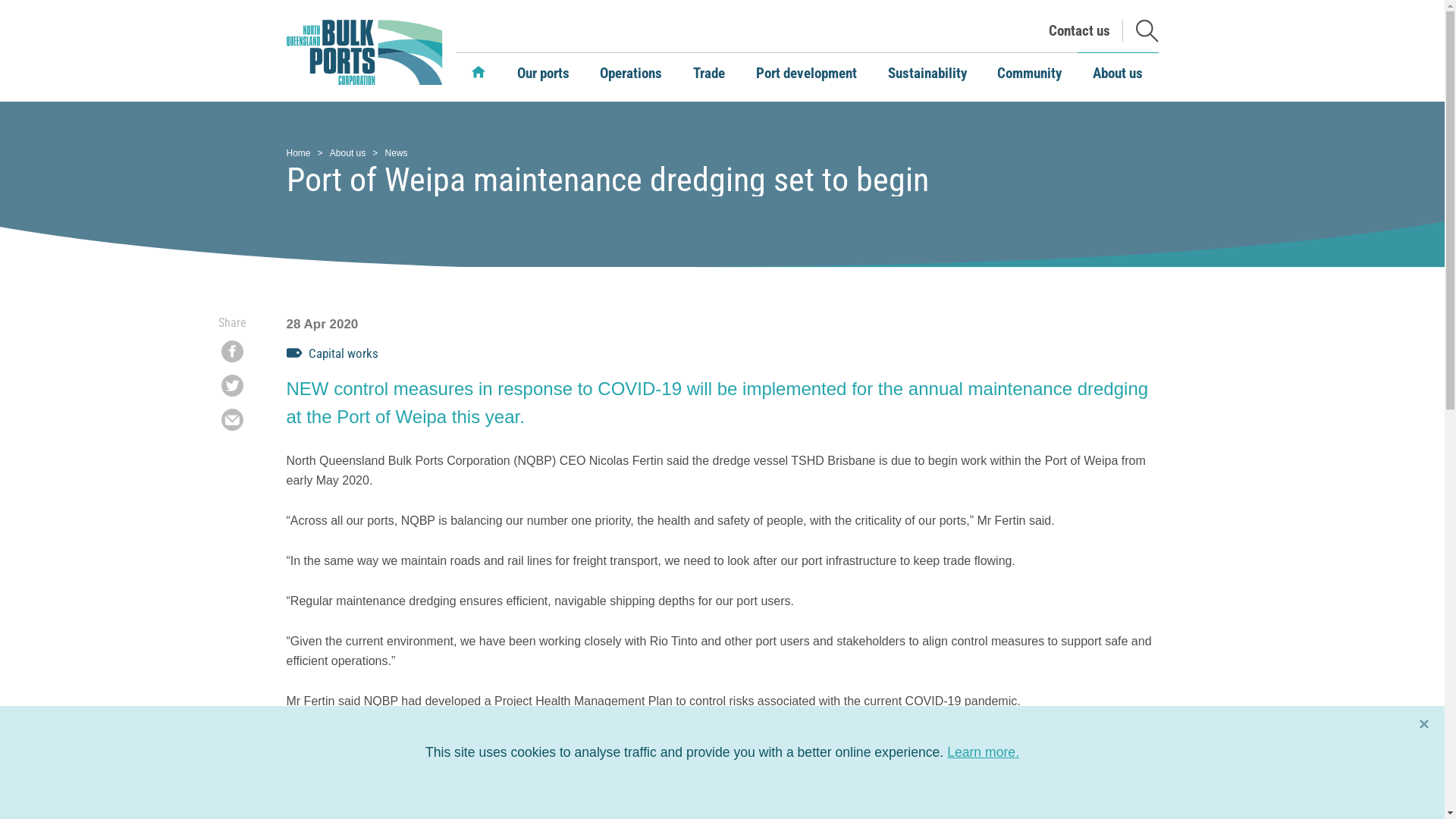  Describe the element at coordinates (231, 353) in the screenshot. I see `'Share on Facebook'` at that location.